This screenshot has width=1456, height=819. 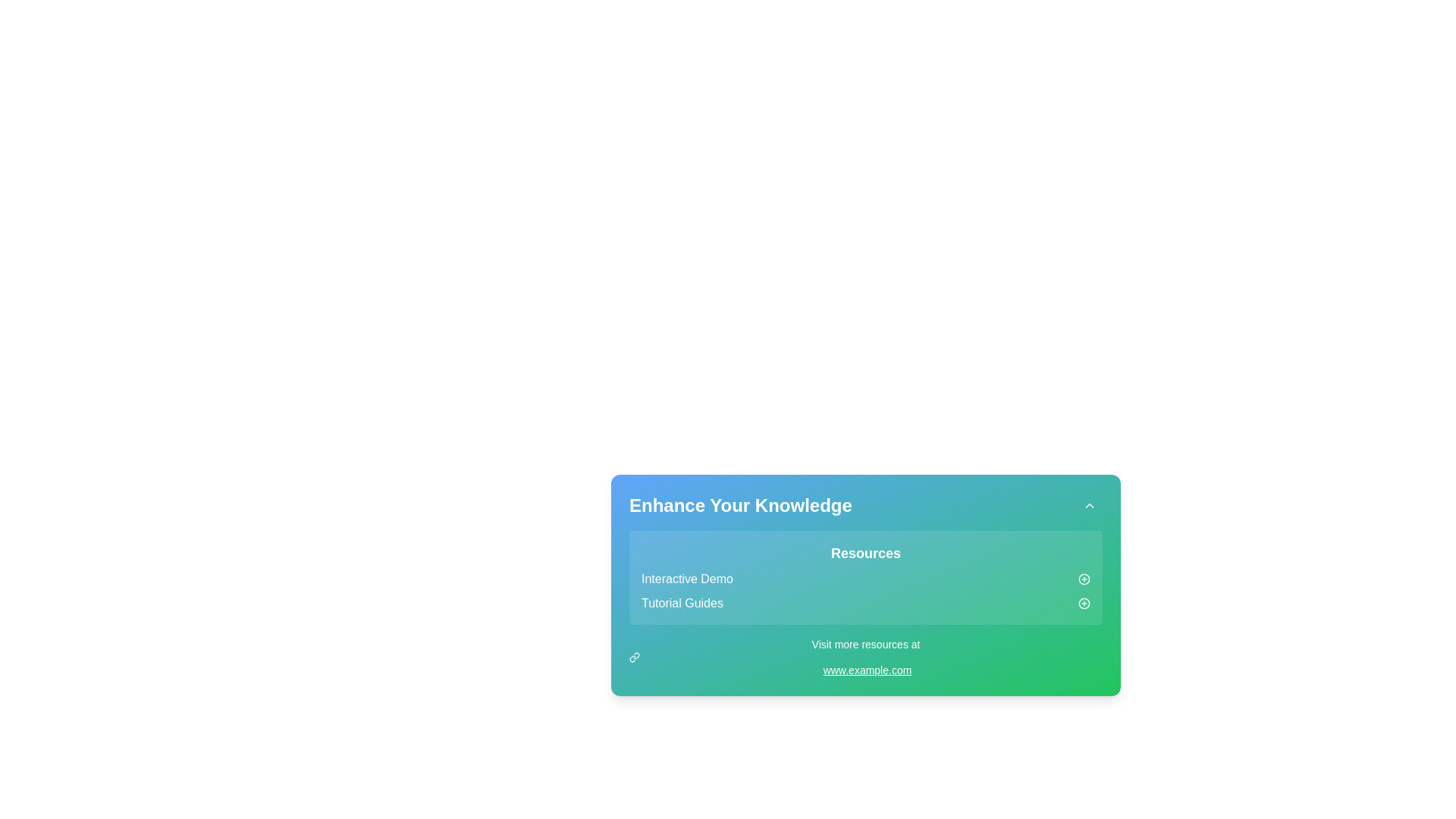 I want to click on the 'Tutorial Guides' link, so click(x=681, y=602).